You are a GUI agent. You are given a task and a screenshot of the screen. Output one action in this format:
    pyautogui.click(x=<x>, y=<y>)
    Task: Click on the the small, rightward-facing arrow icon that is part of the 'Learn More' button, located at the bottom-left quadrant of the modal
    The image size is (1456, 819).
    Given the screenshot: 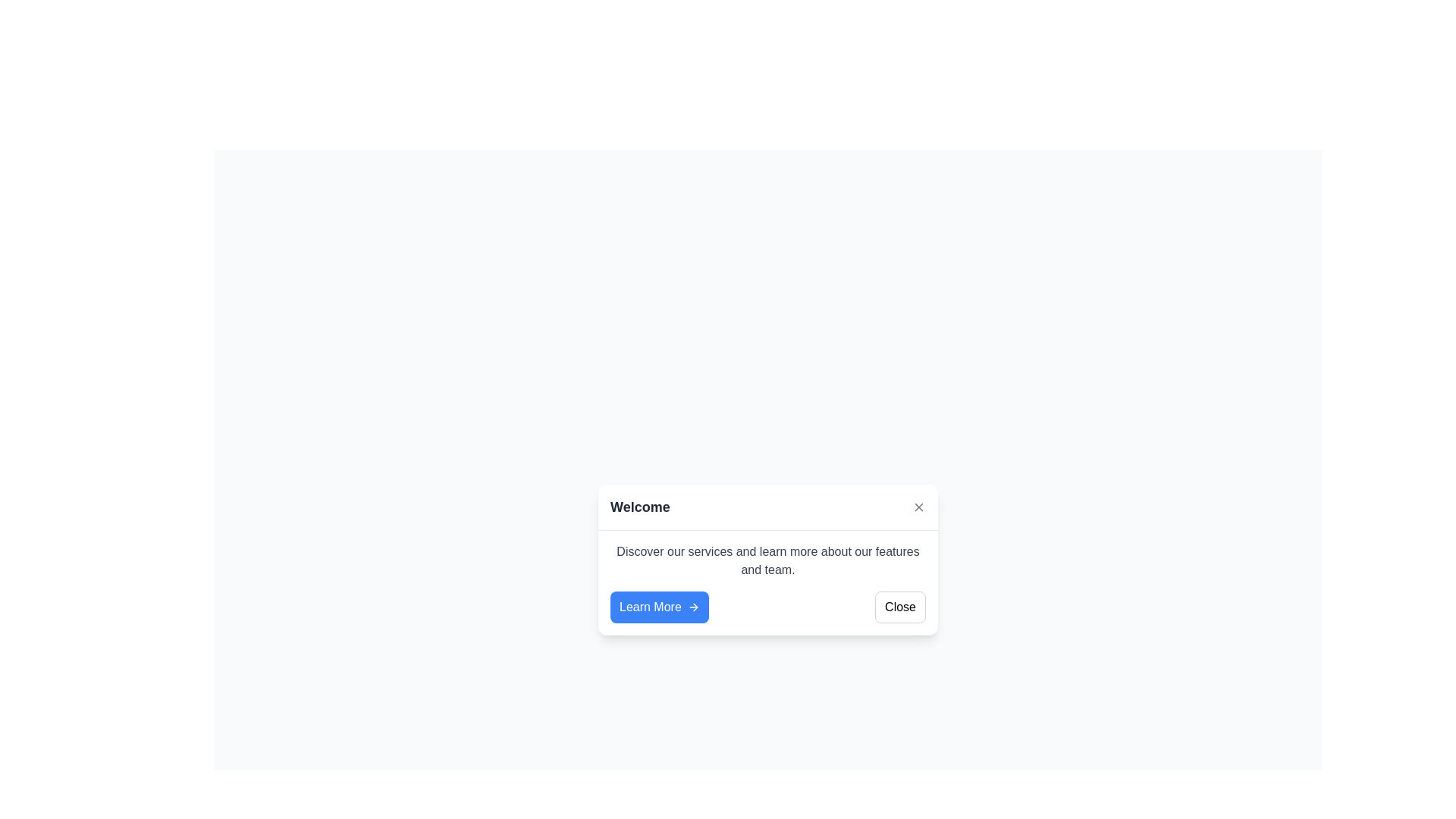 What is the action you would take?
    pyautogui.click(x=692, y=607)
    